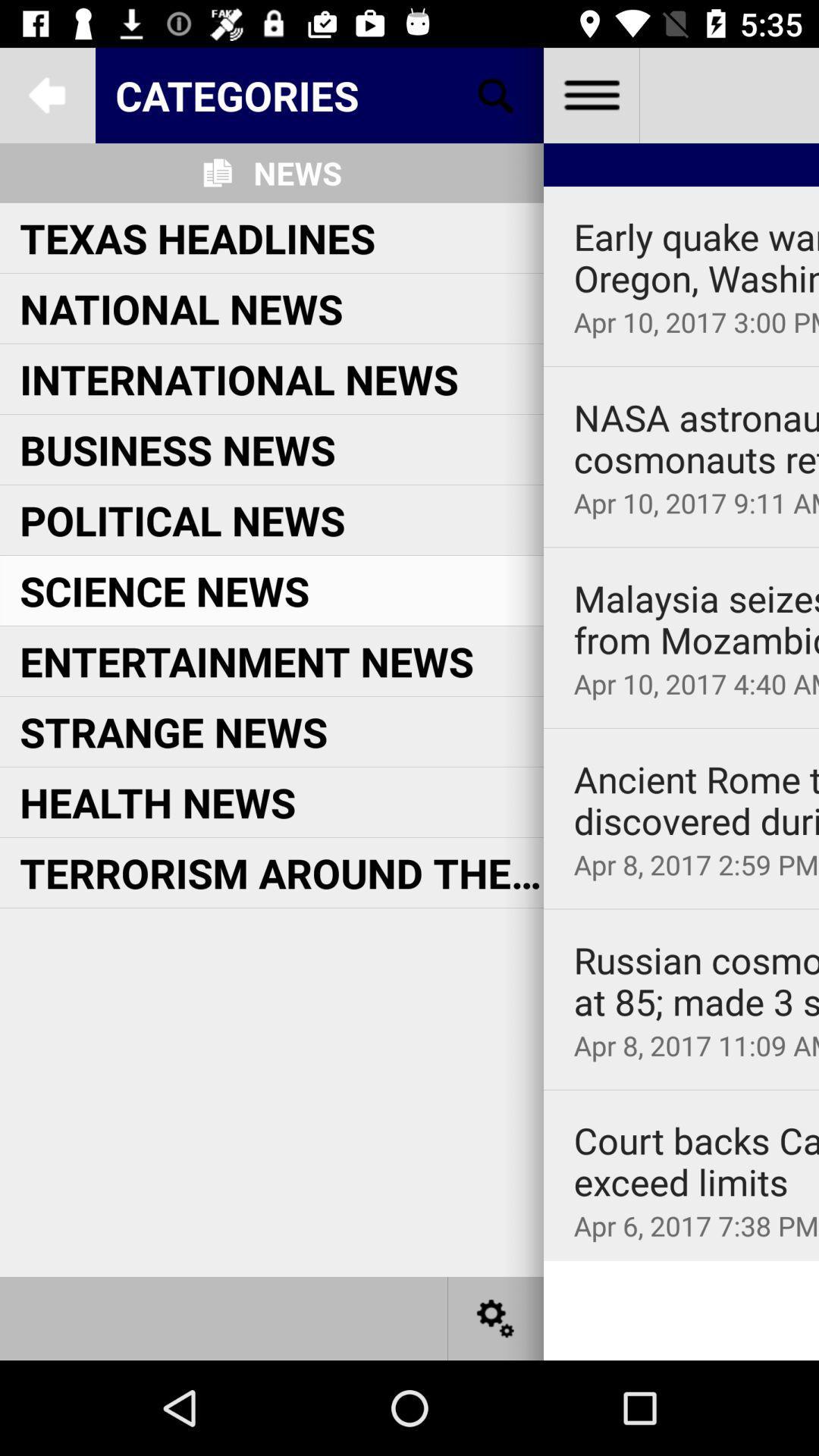 The height and width of the screenshot is (1456, 819). What do you see at coordinates (496, 1317) in the screenshot?
I see `settings` at bounding box center [496, 1317].